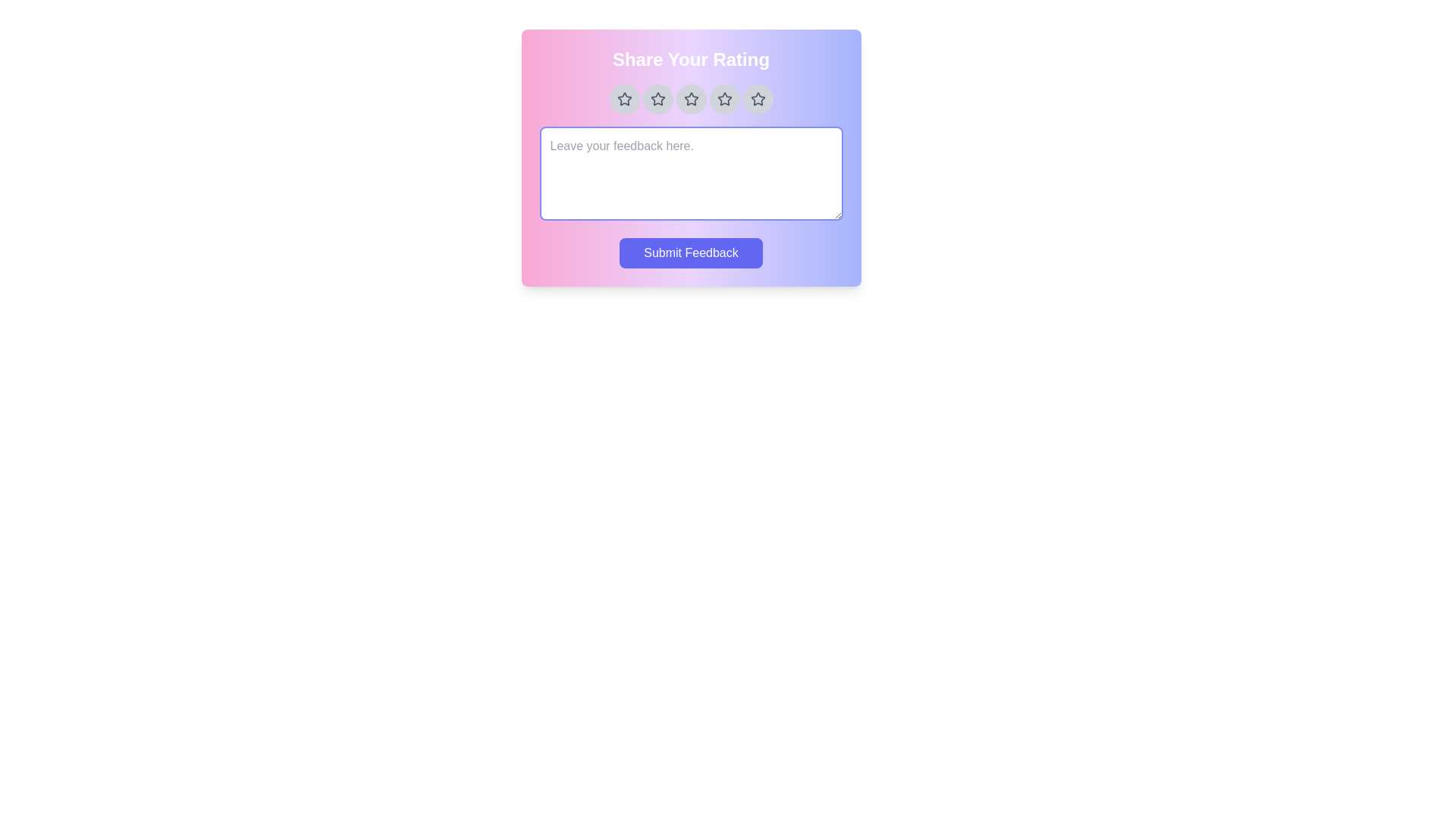 This screenshot has width=1456, height=819. Describe the element at coordinates (723, 99) in the screenshot. I see `the star corresponding to the desired rating 4` at that location.